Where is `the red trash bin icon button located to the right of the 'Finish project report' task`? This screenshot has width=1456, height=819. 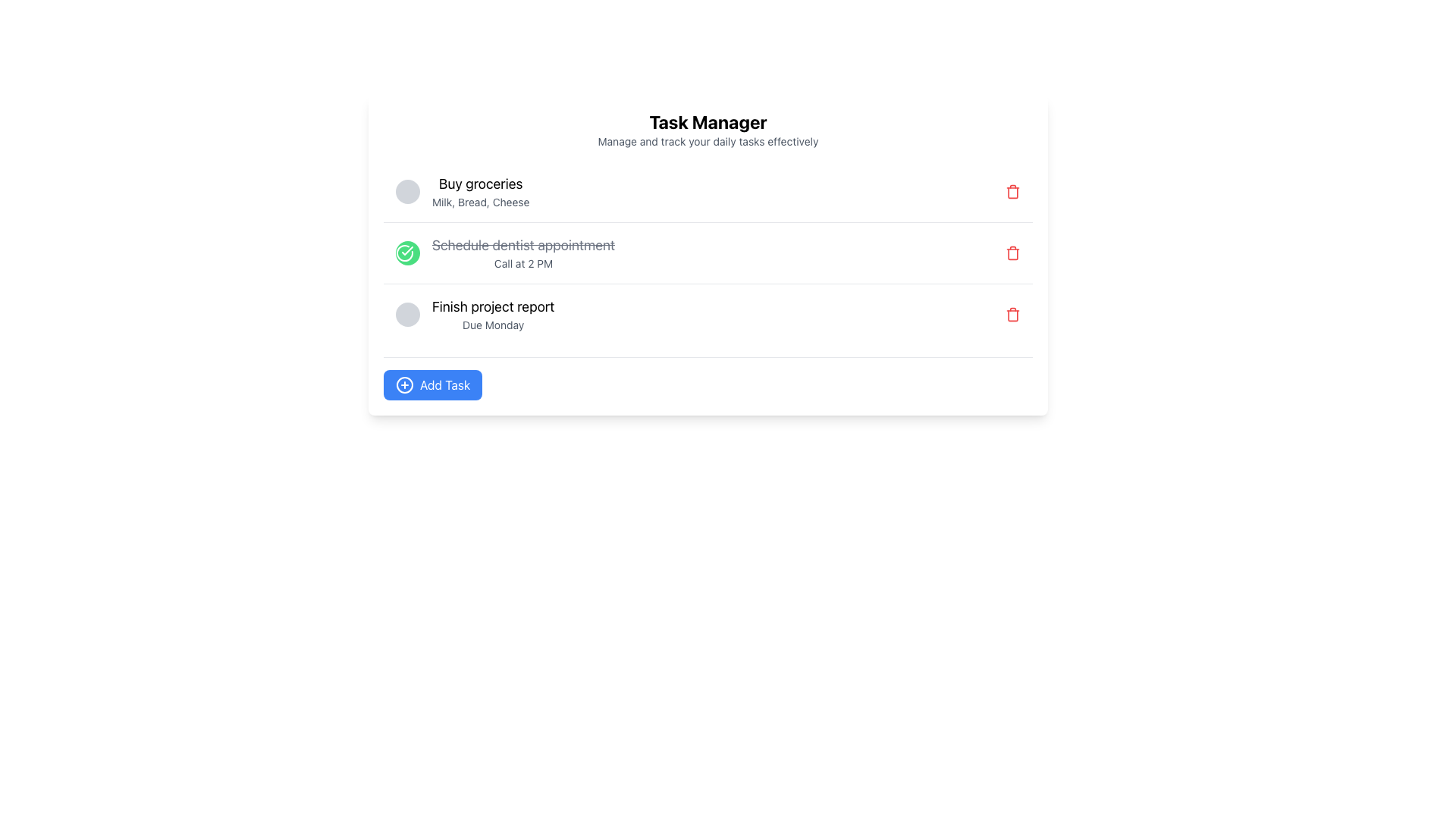
the red trash bin icon button located to the right of the 'Finish project report' task is located at coordinates (1012, 314).